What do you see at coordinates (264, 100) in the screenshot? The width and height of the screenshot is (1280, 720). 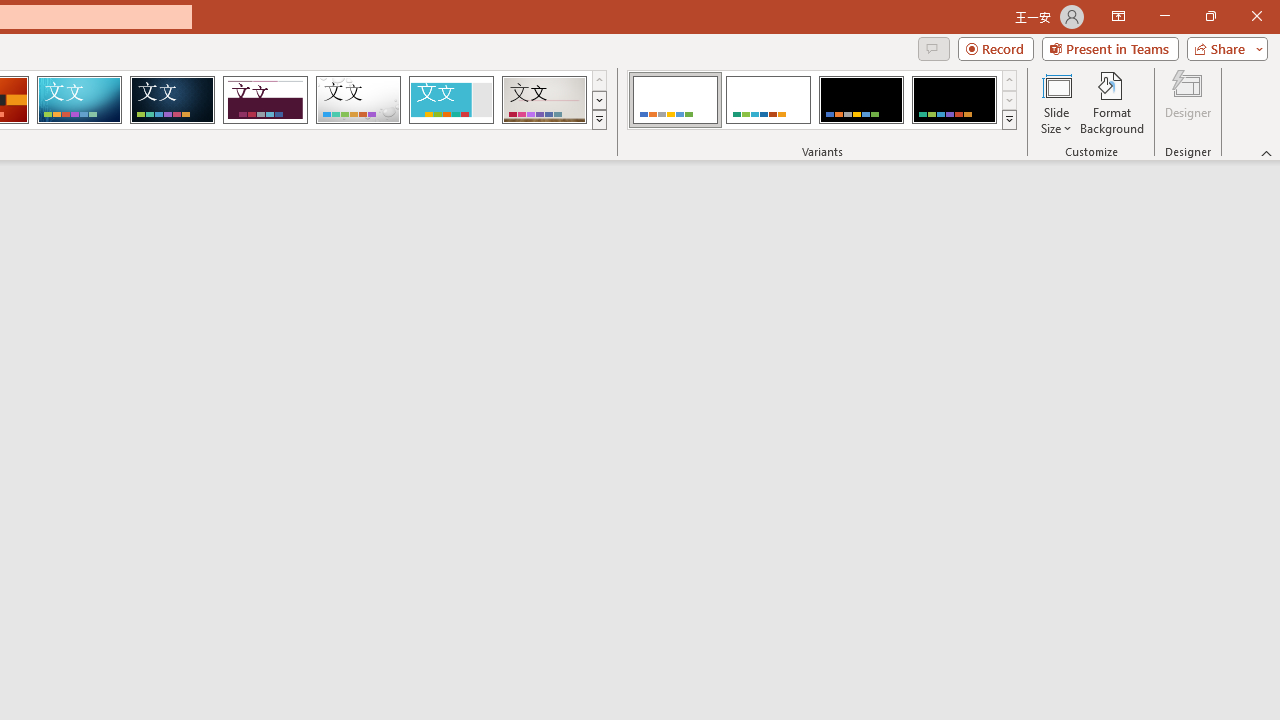 I see `'Dividend Loading Preview...'` at bounding box center [264, 100].